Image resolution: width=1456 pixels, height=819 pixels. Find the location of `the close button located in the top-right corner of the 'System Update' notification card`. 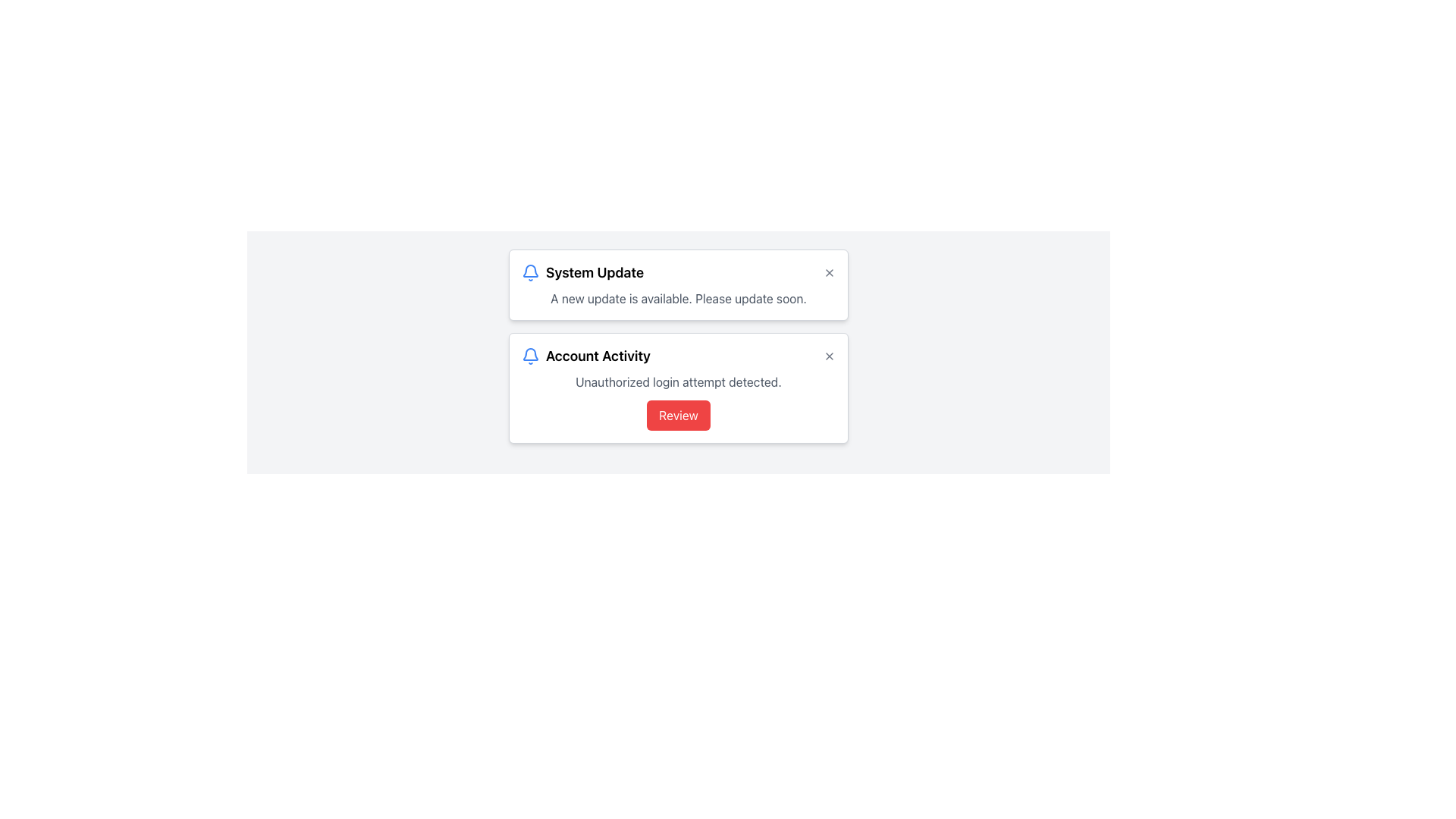

the close button located in the top-right corner of the 'System Update' notification card is located at coordinates (829, 271).